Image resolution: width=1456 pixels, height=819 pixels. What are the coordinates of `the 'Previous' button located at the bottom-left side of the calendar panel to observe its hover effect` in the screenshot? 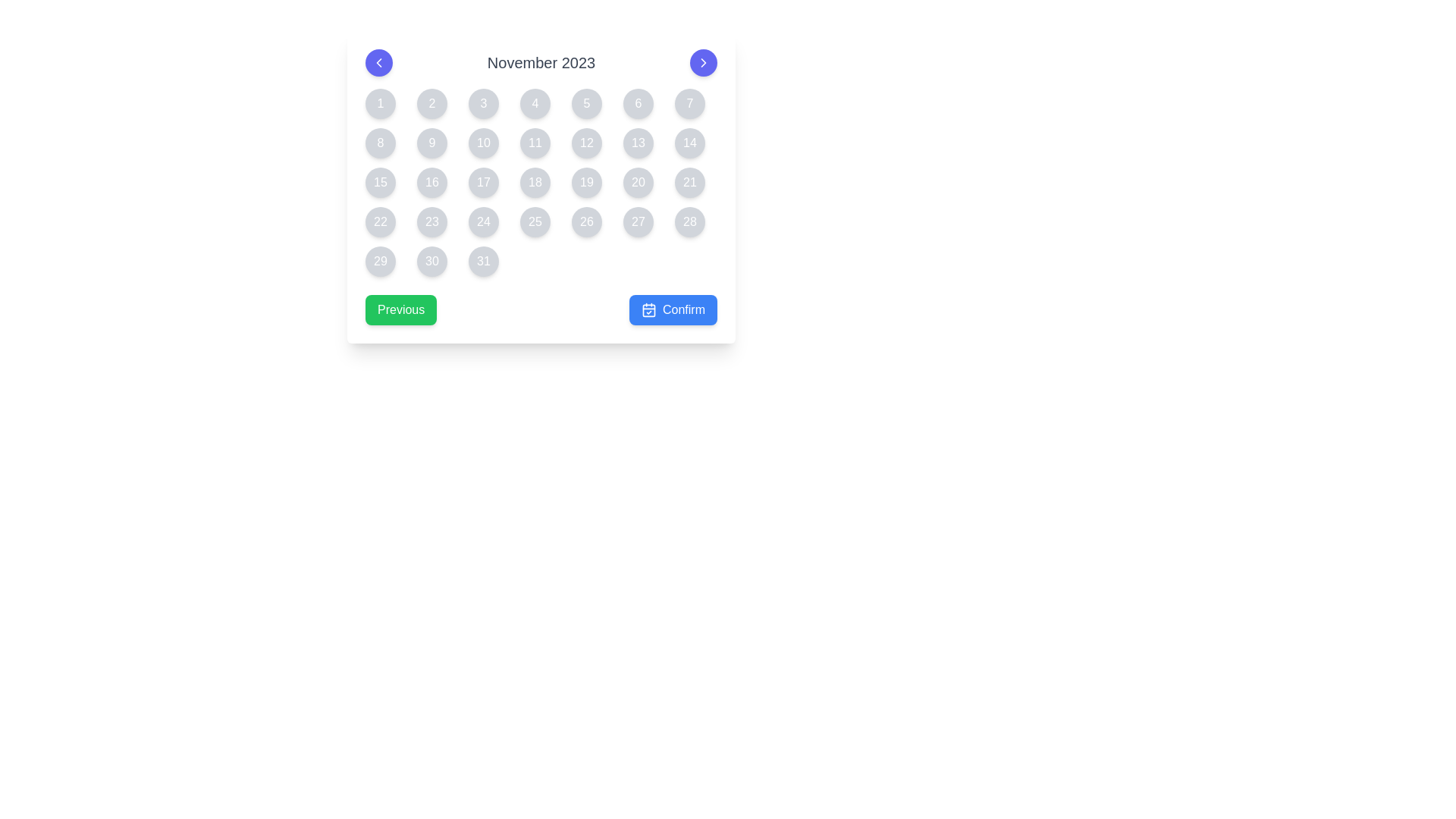 It's located at (401, 309).